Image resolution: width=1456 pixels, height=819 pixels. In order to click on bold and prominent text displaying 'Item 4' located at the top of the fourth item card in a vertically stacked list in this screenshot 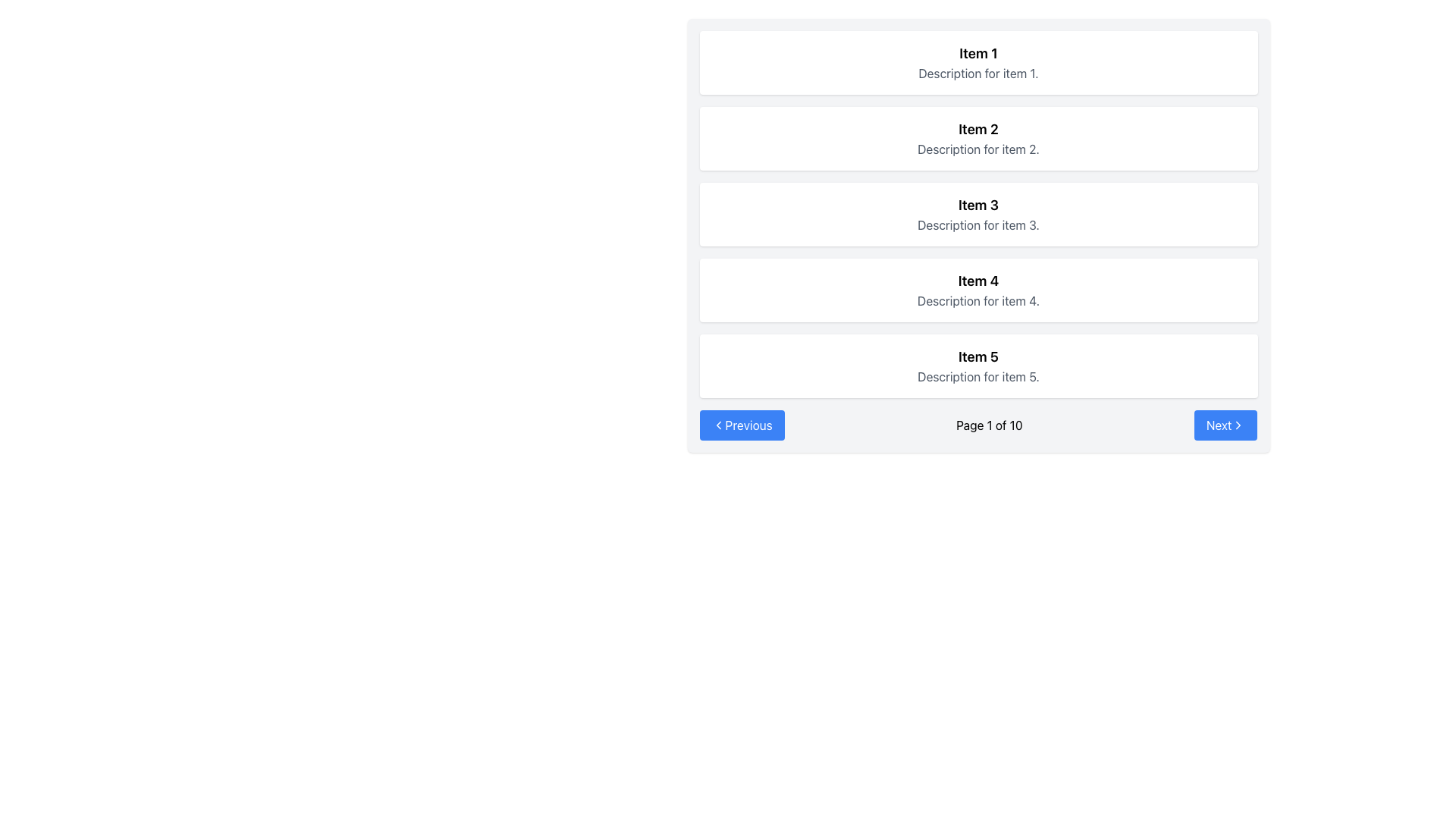, I will do `click(978, 281)`.